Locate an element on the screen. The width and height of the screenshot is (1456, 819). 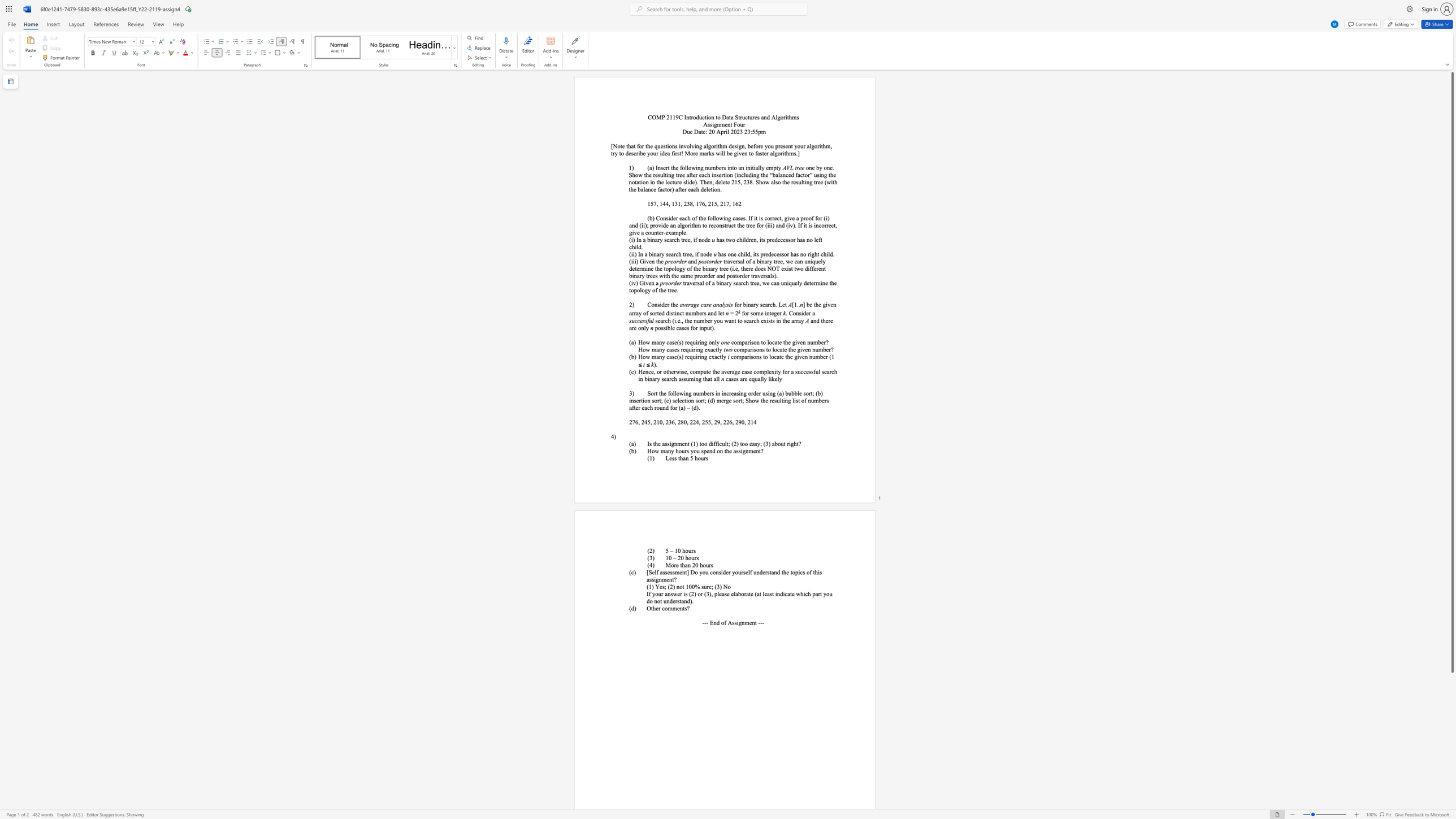
the 9th character "t" in the text is located at coordinates (611, 153).